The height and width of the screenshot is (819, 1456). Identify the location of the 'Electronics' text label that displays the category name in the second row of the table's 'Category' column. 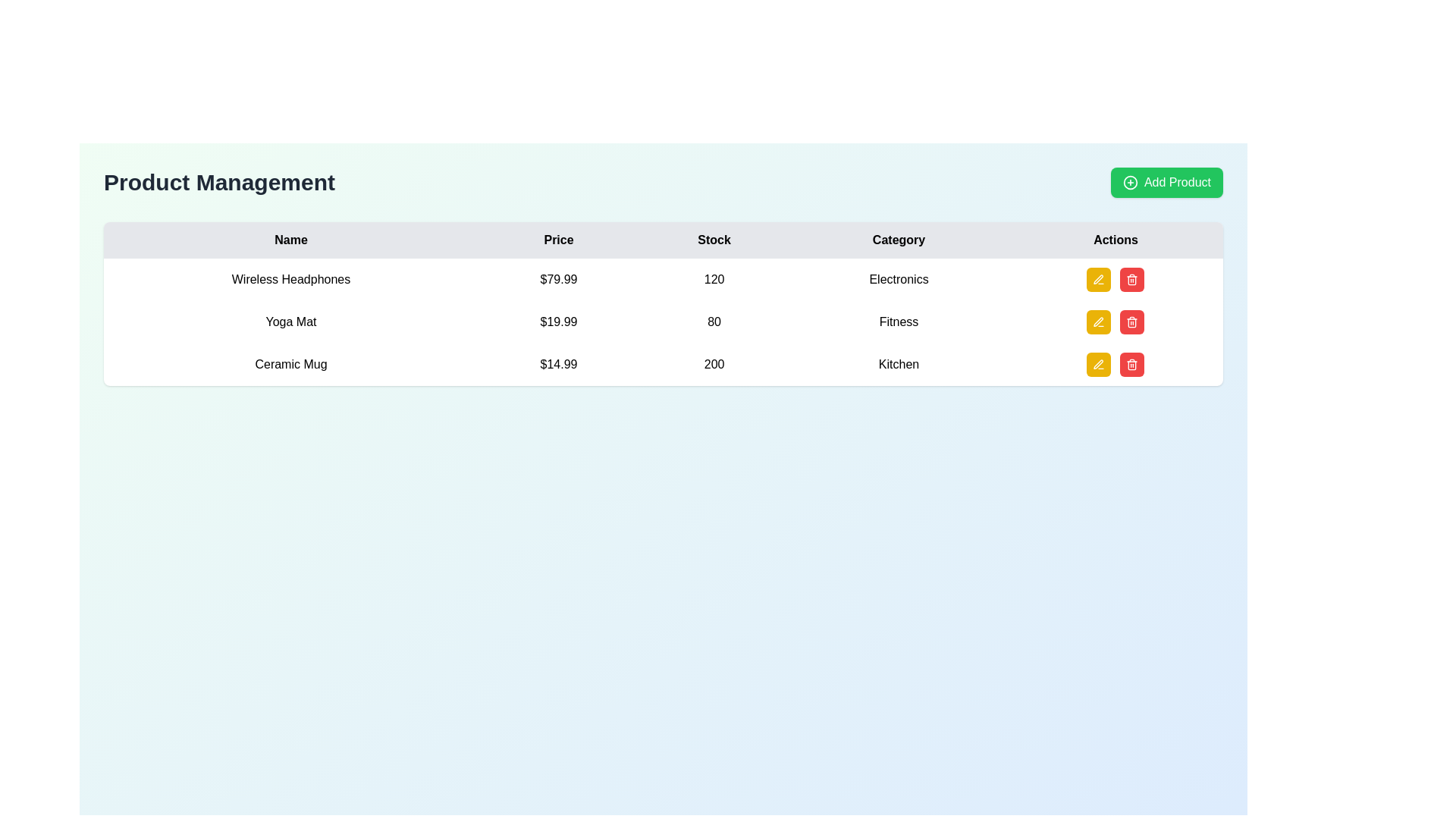
(899, 280).